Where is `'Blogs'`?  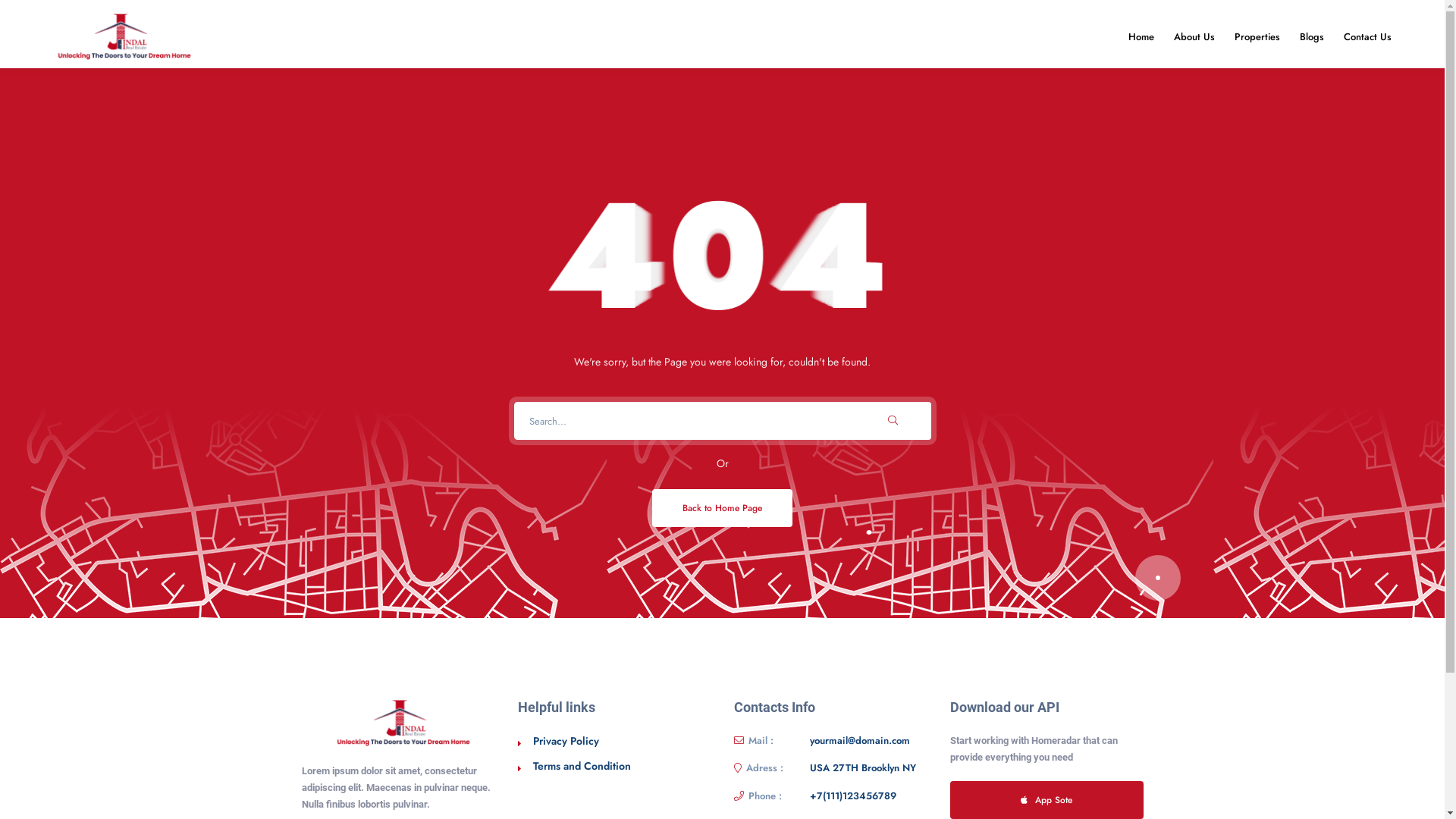 'Blogs' is located at coordinates (1310, 36).